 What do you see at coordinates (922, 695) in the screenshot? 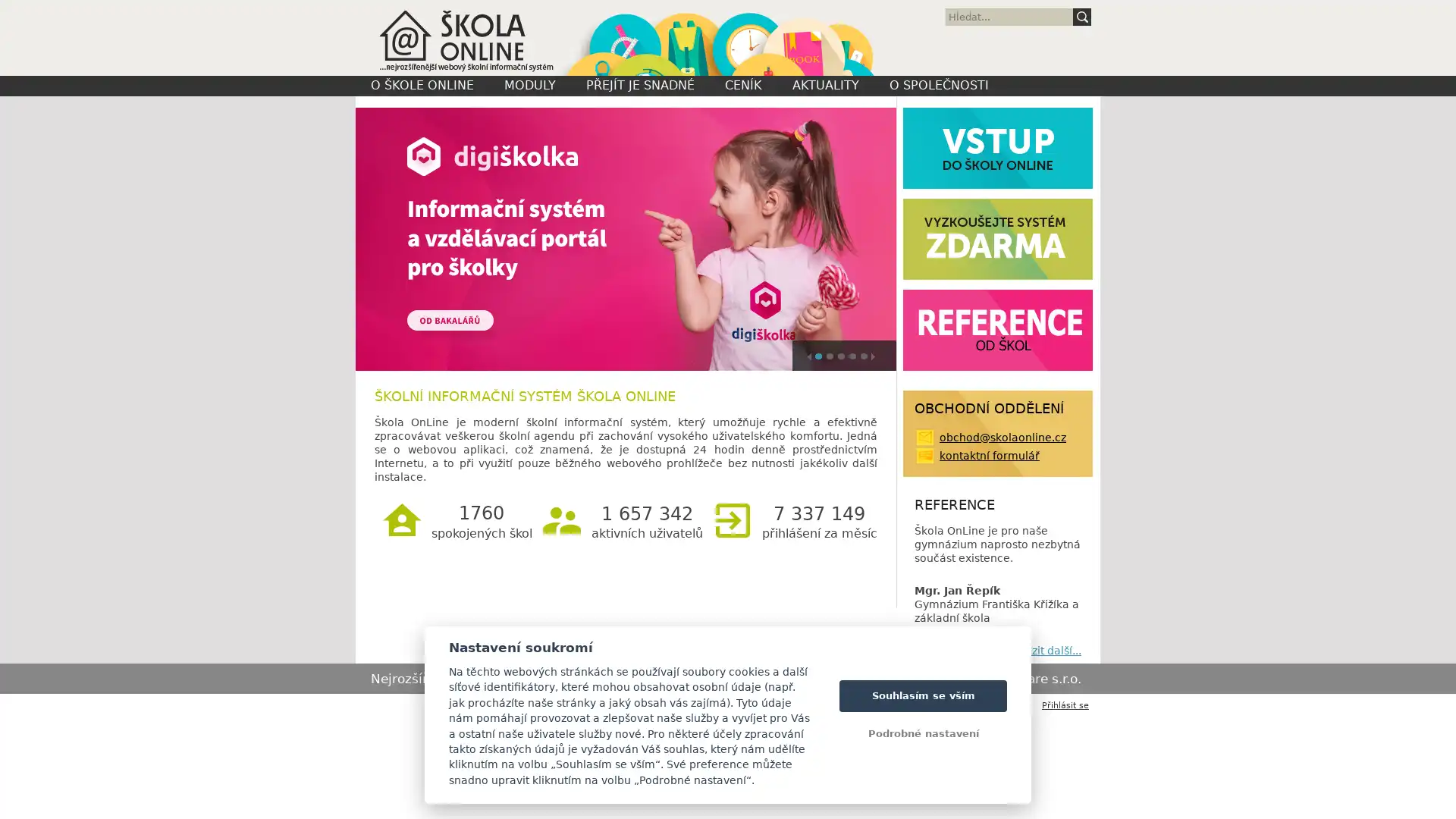
I see `Souhlasim se vsim` at bounding box center [922, 695].